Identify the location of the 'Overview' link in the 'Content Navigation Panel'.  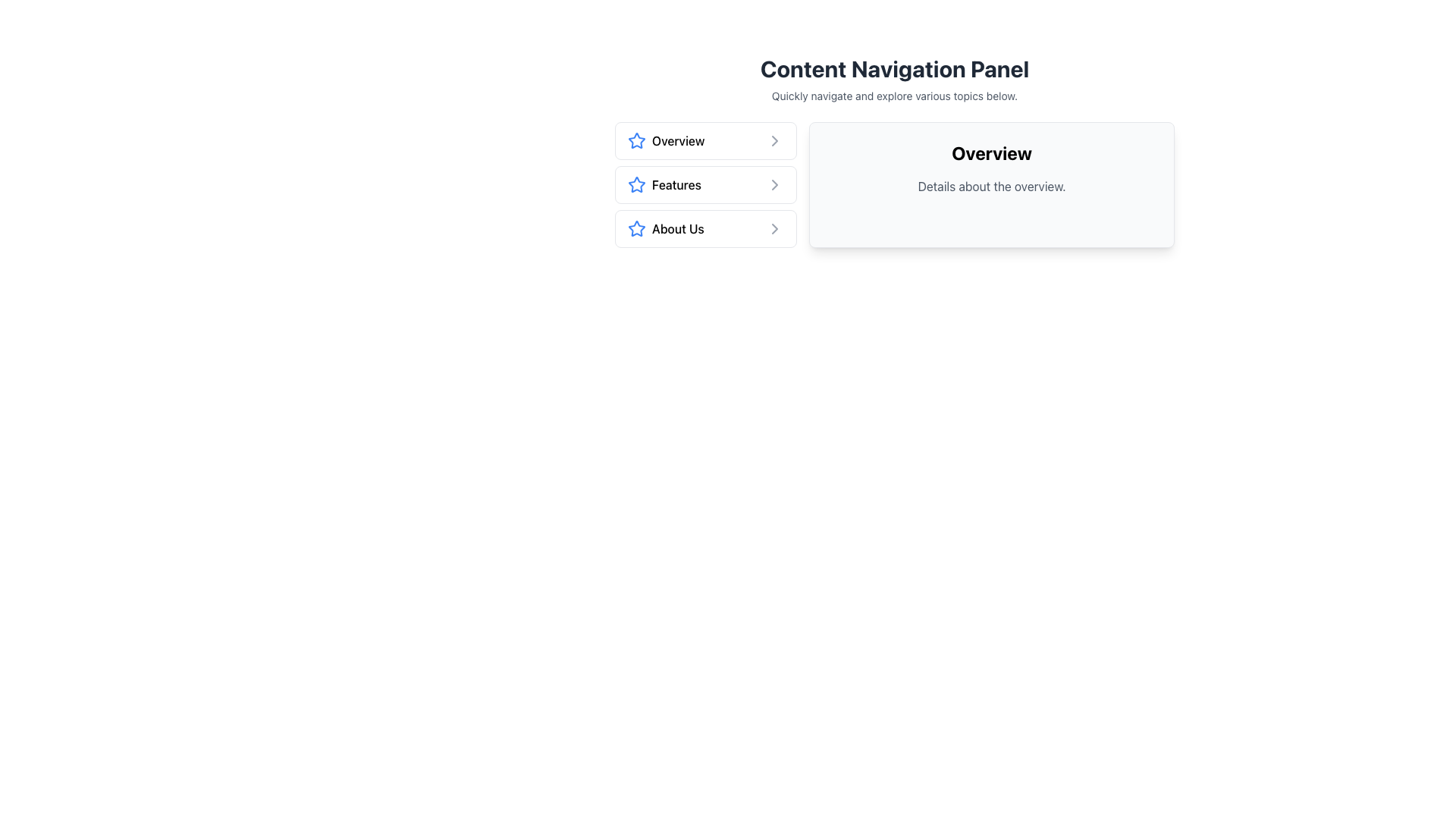
(895, 152).